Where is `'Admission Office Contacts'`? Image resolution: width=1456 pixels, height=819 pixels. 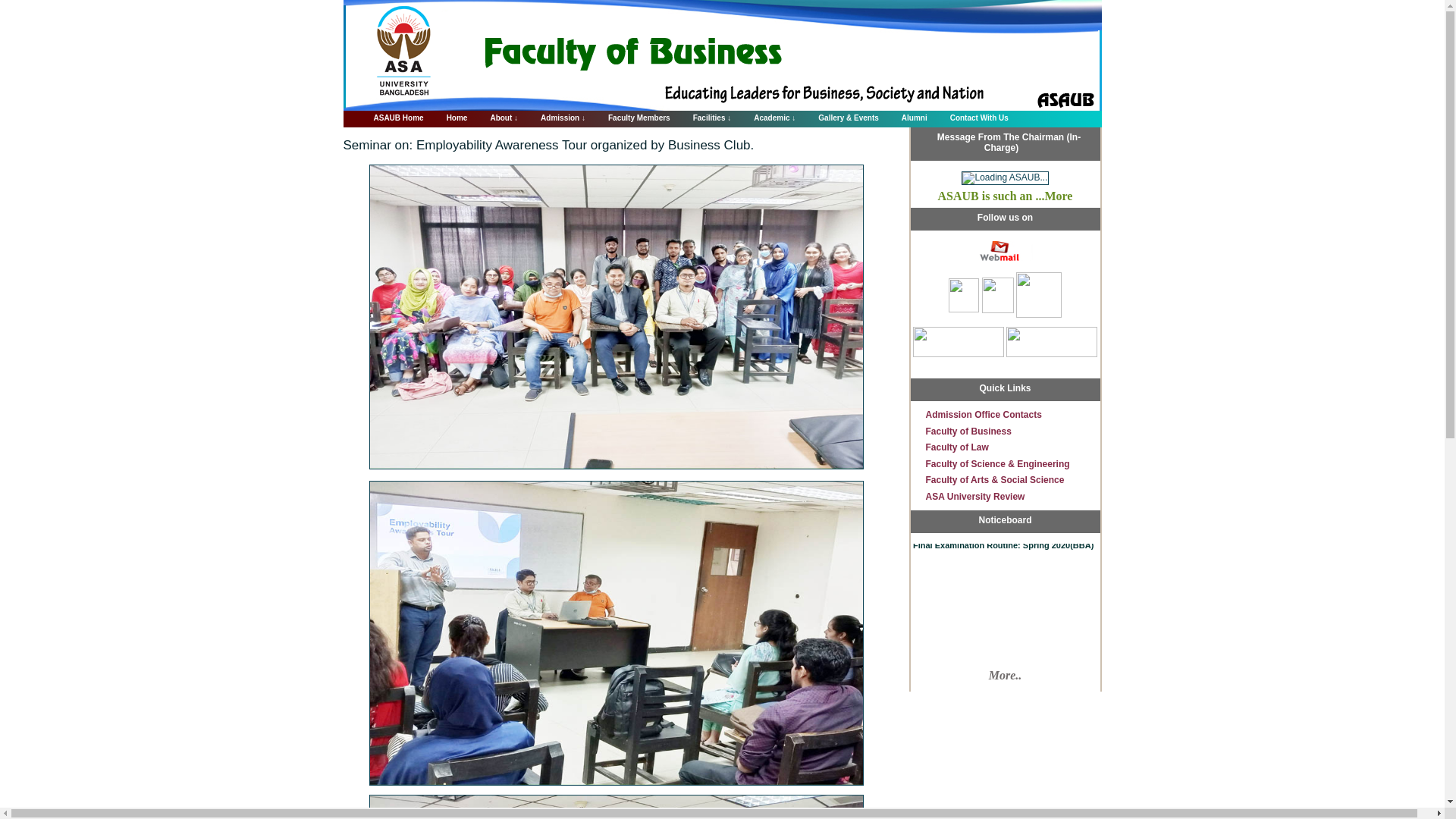
'Admission Office Contacts' is located at coordinates (924, 415).